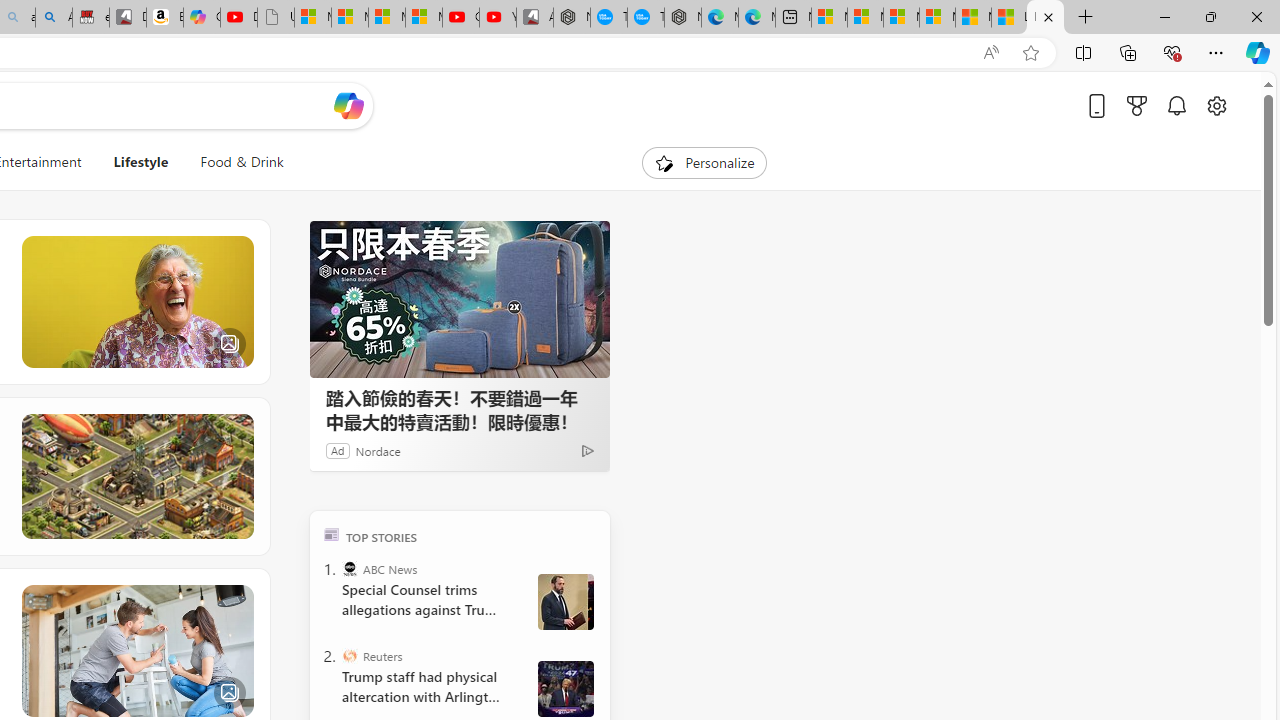 The width and height of the screenshot is (1280, 720). I want to click on 'Microsoft account | Privacy', so click(936, 17).